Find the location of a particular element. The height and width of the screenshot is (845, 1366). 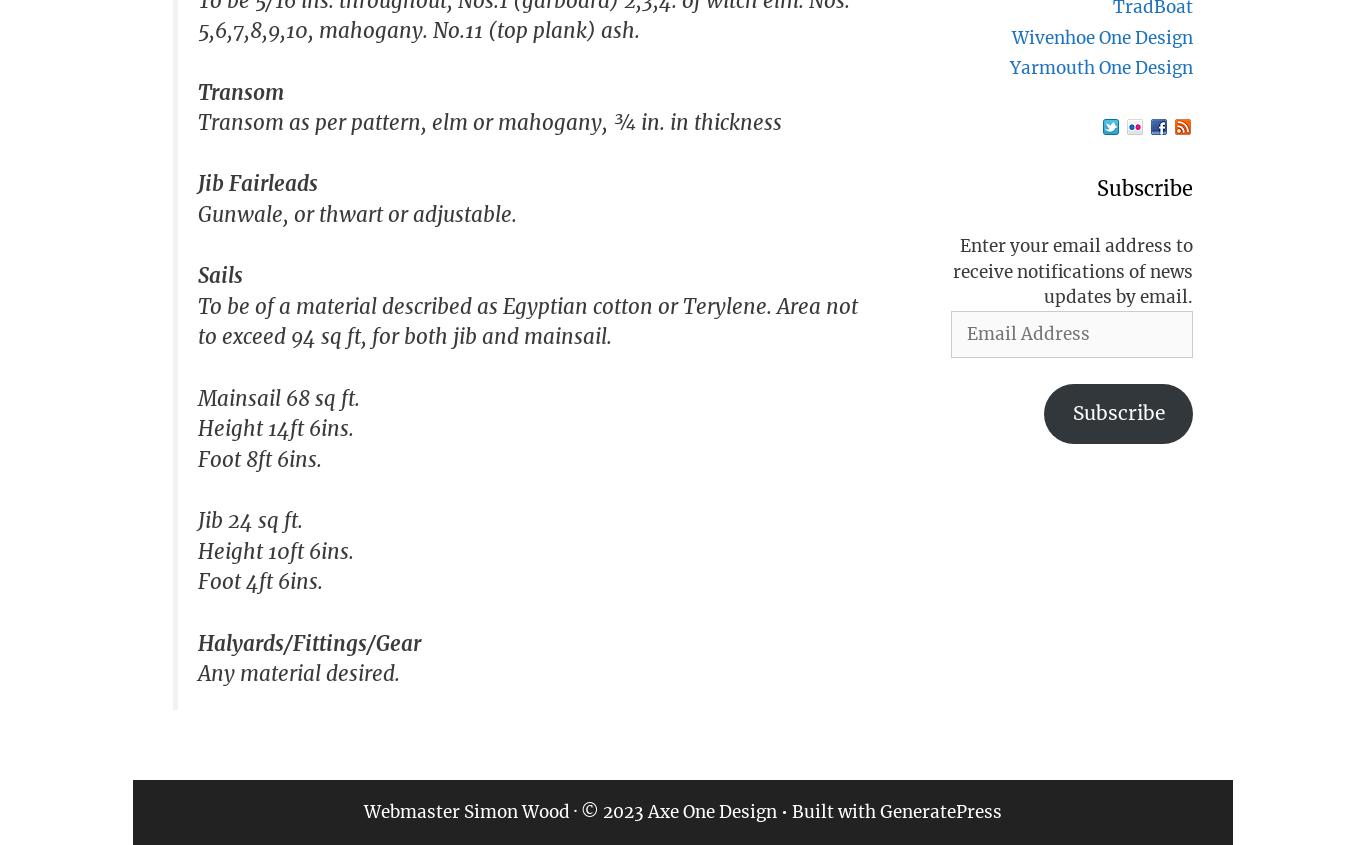

'Height 14ft 6ins.' is located at coordinates (275, 429).